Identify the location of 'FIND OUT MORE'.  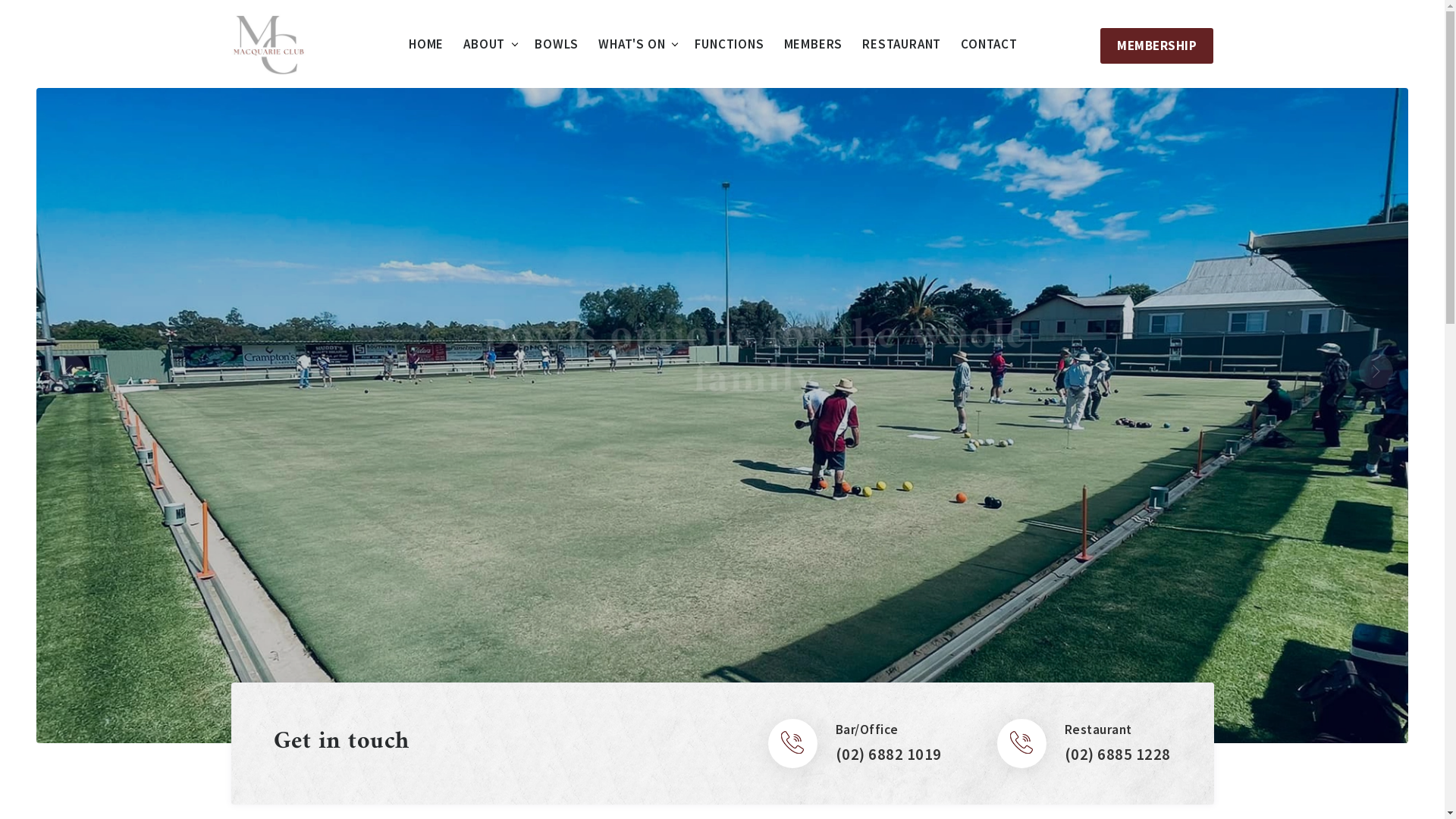
(721, 497).